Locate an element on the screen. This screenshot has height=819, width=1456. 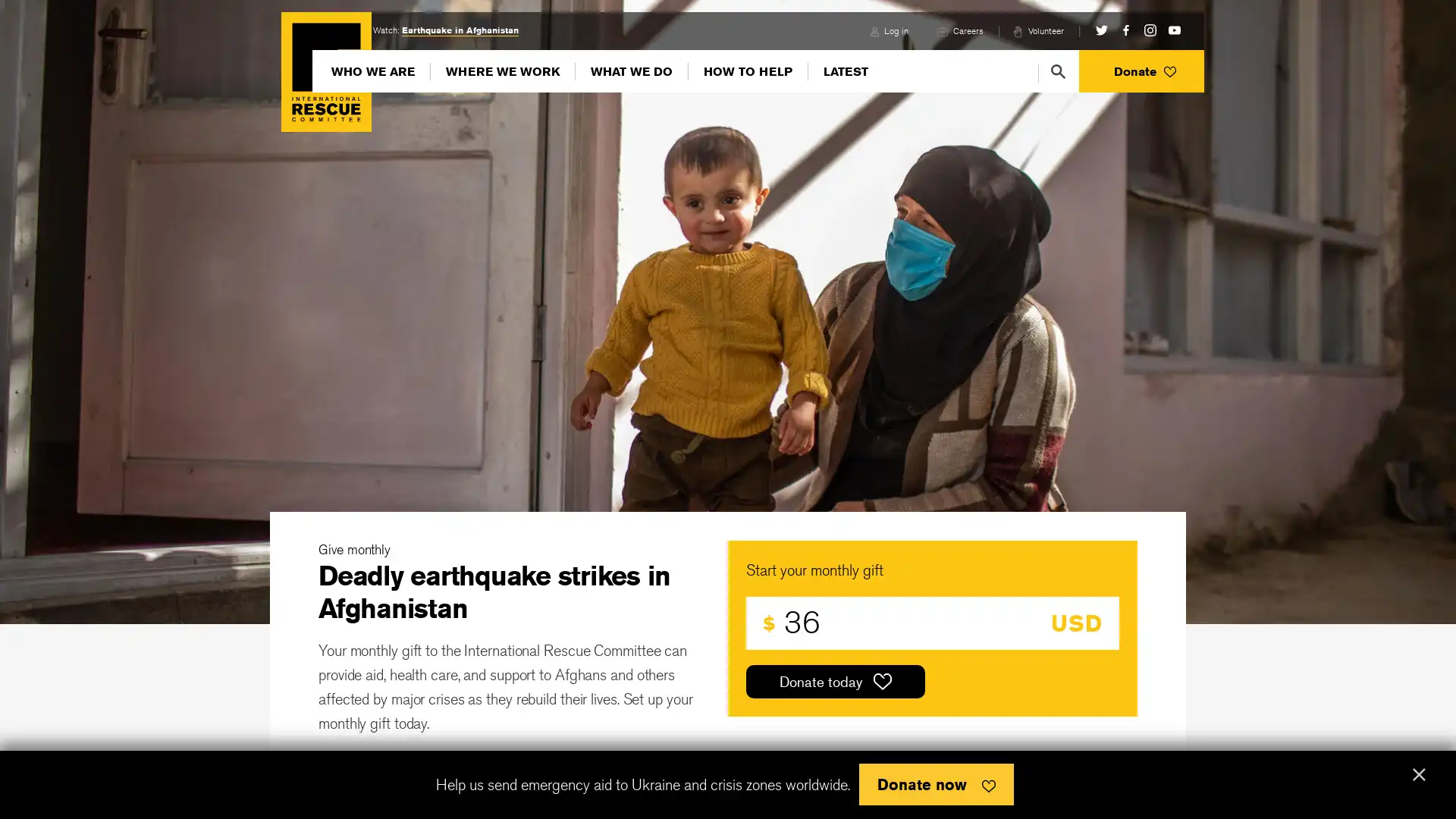
Donate today is located at coordinates (835, 680).